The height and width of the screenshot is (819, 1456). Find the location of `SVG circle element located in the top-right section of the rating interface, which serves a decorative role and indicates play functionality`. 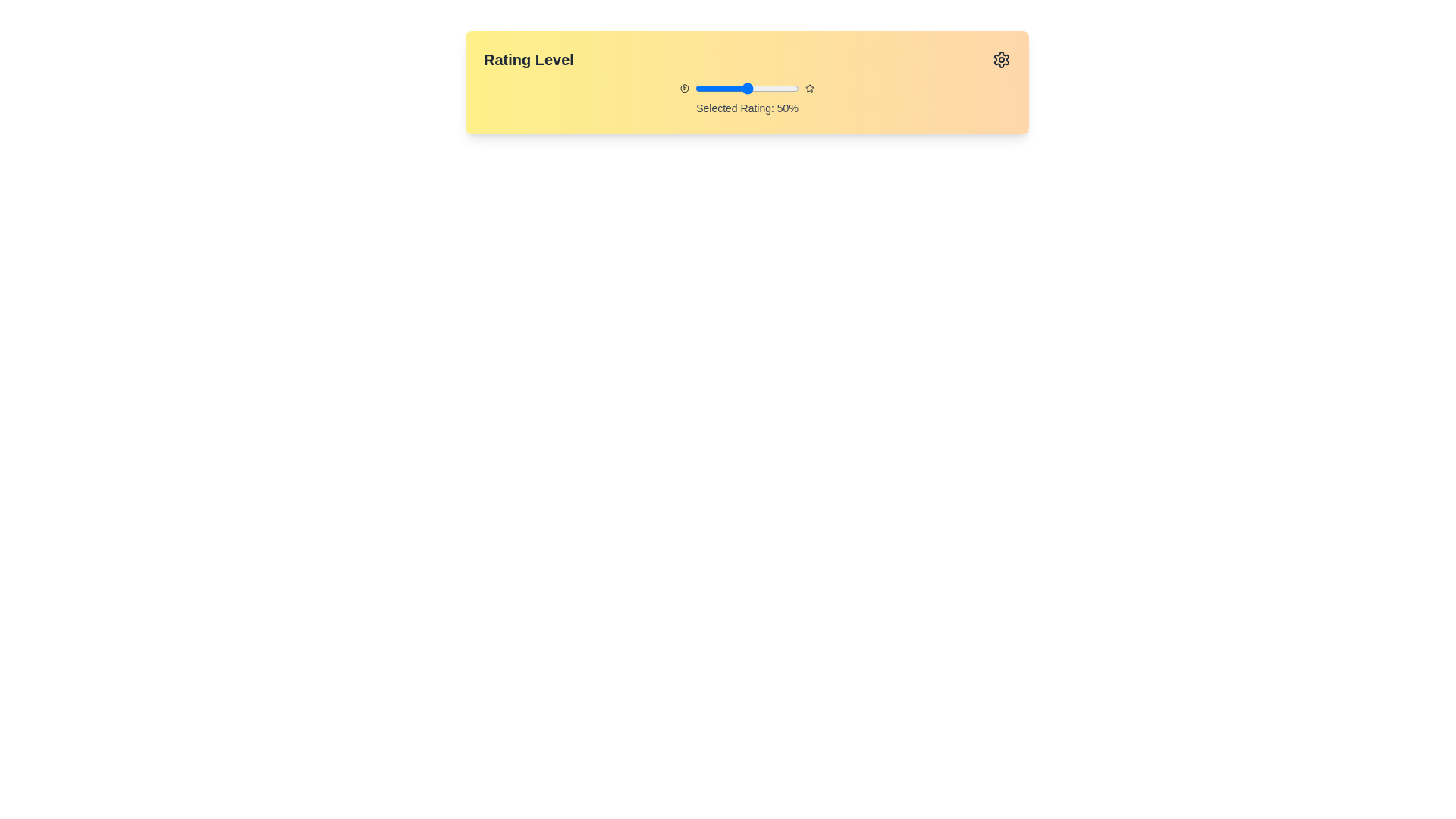

SVG circle element located in the top-right section of the rating interface, which serves a decorative role and indicates play functionality is located at coordinates (684, 88).